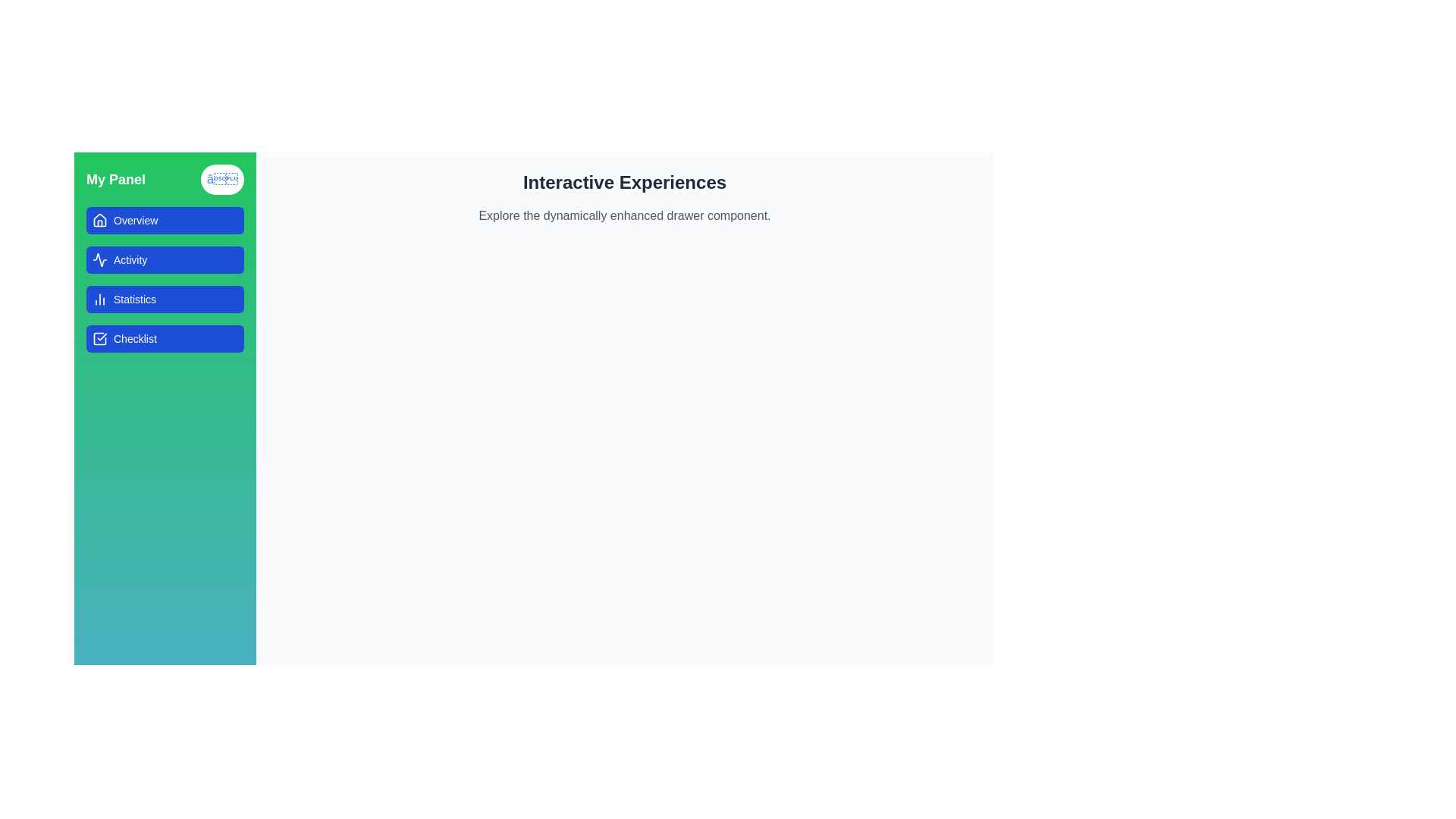 The height and width of the screenshot is (819, 1456). What do you see at coordinates (165, 220) in the screenshot?
I see `the 'Overview' button in the sidebar menu` at bounding box center [165, 220].